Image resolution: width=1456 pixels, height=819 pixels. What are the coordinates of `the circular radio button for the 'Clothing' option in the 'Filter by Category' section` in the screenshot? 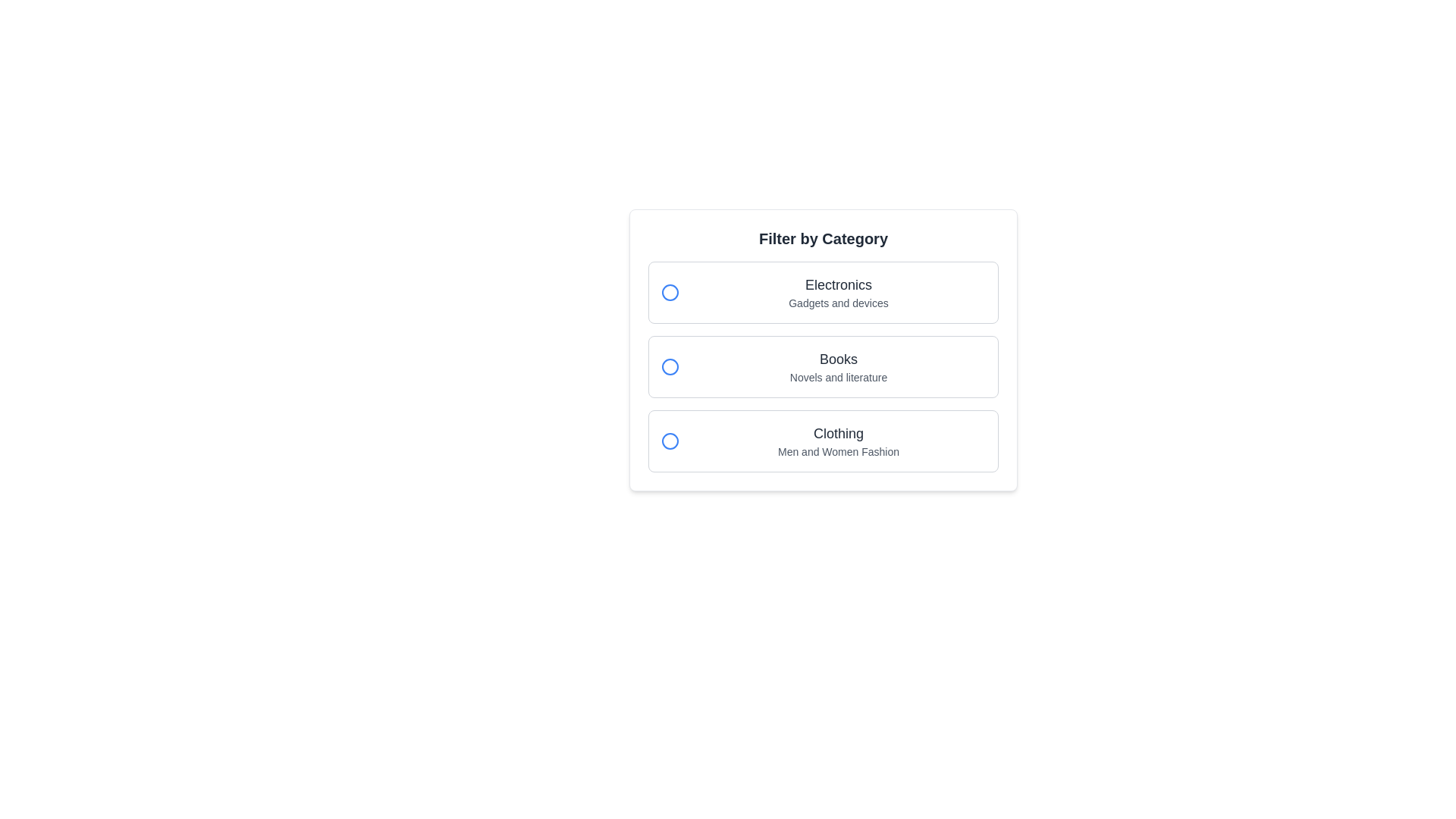 It's located at (669, 441).